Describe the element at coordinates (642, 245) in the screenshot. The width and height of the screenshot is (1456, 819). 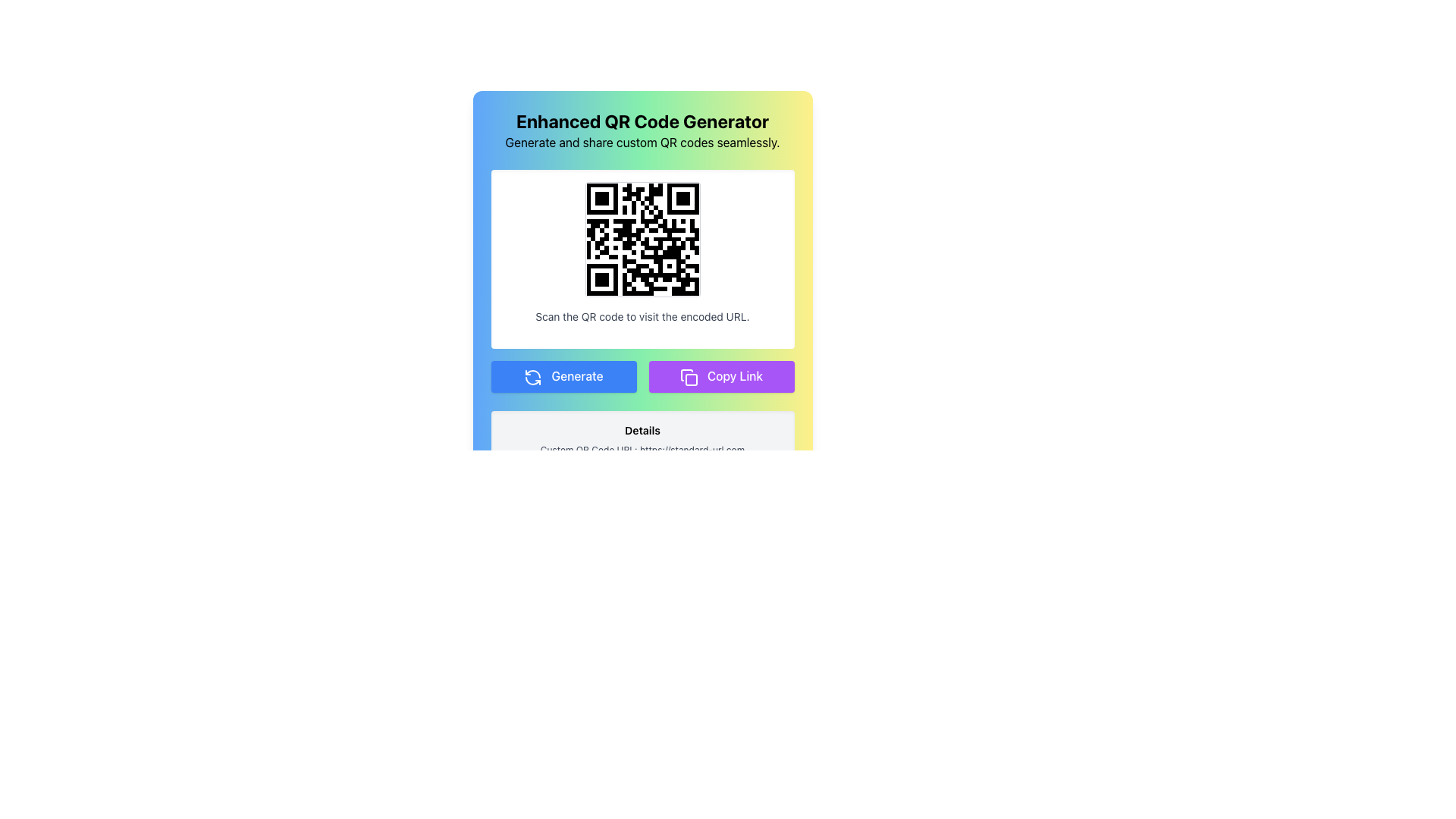
I see `the scannable QR code image located centrally within the colored section of the enhanced QR code generator interface, which is positioned directly below the title and description text` at that location.